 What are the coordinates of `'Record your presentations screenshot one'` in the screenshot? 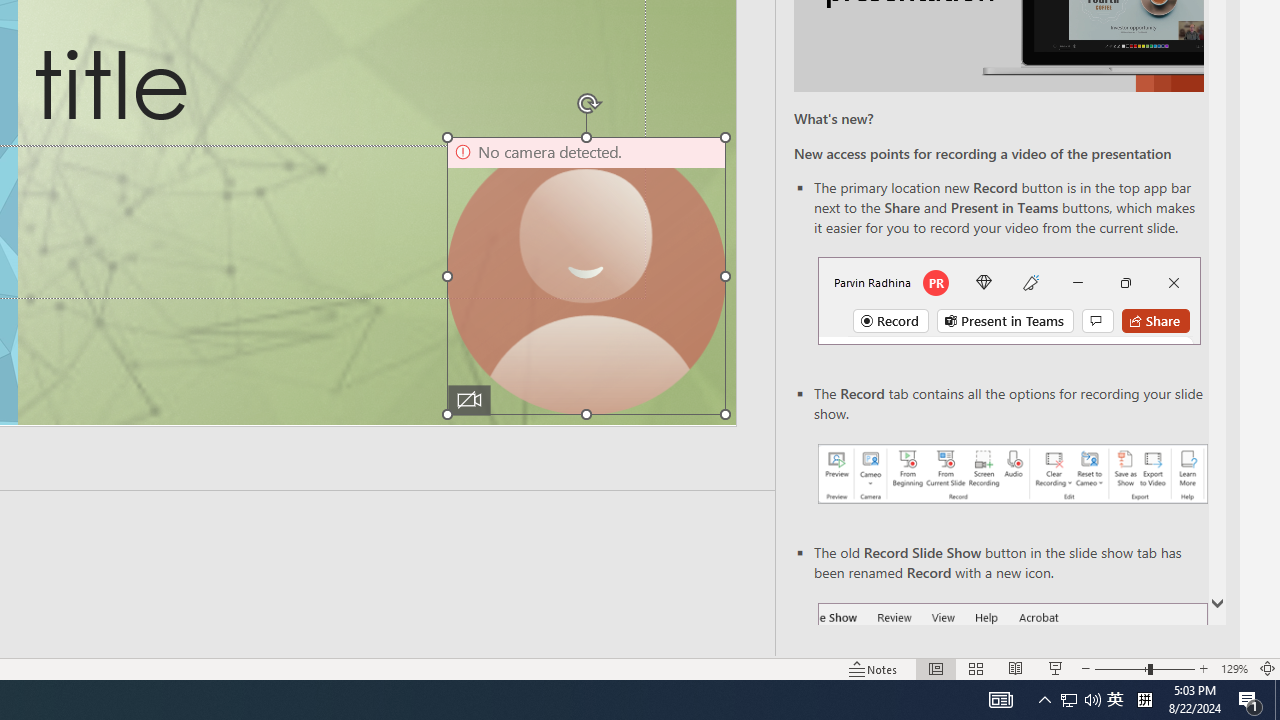 It's located at (1013, 474).